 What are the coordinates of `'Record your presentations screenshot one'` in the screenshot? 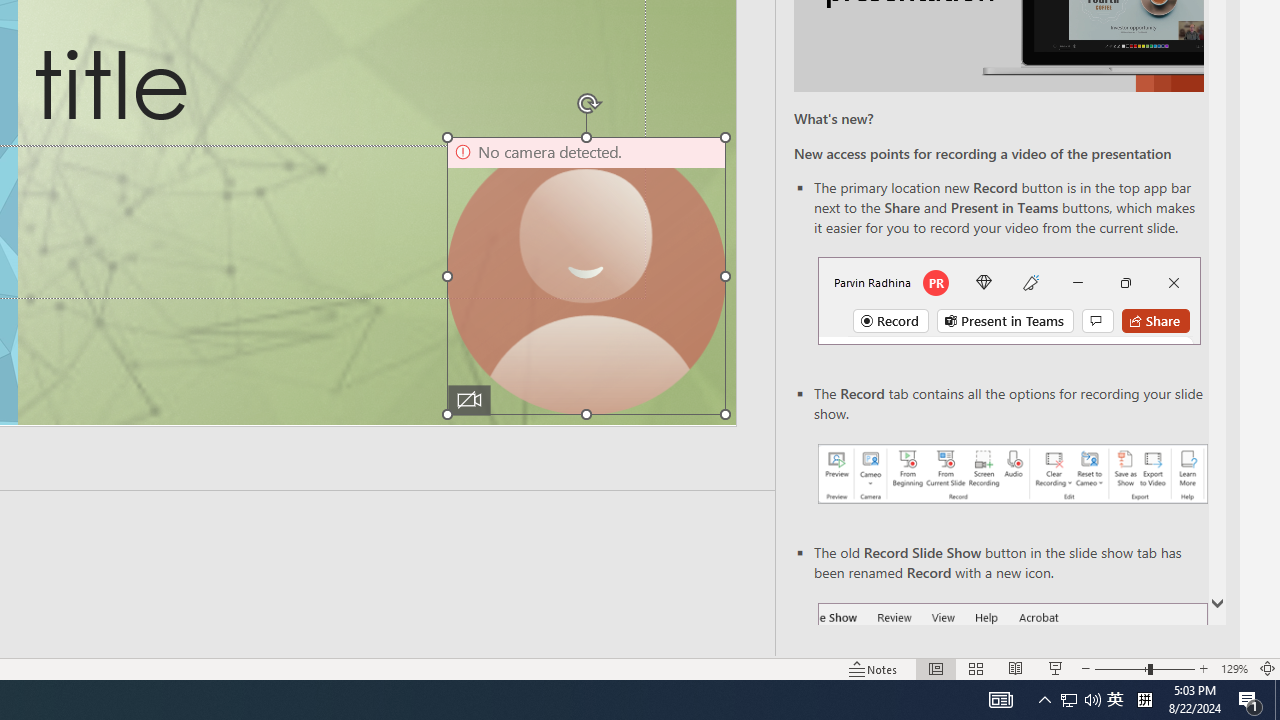 It's located at (1013, 474).